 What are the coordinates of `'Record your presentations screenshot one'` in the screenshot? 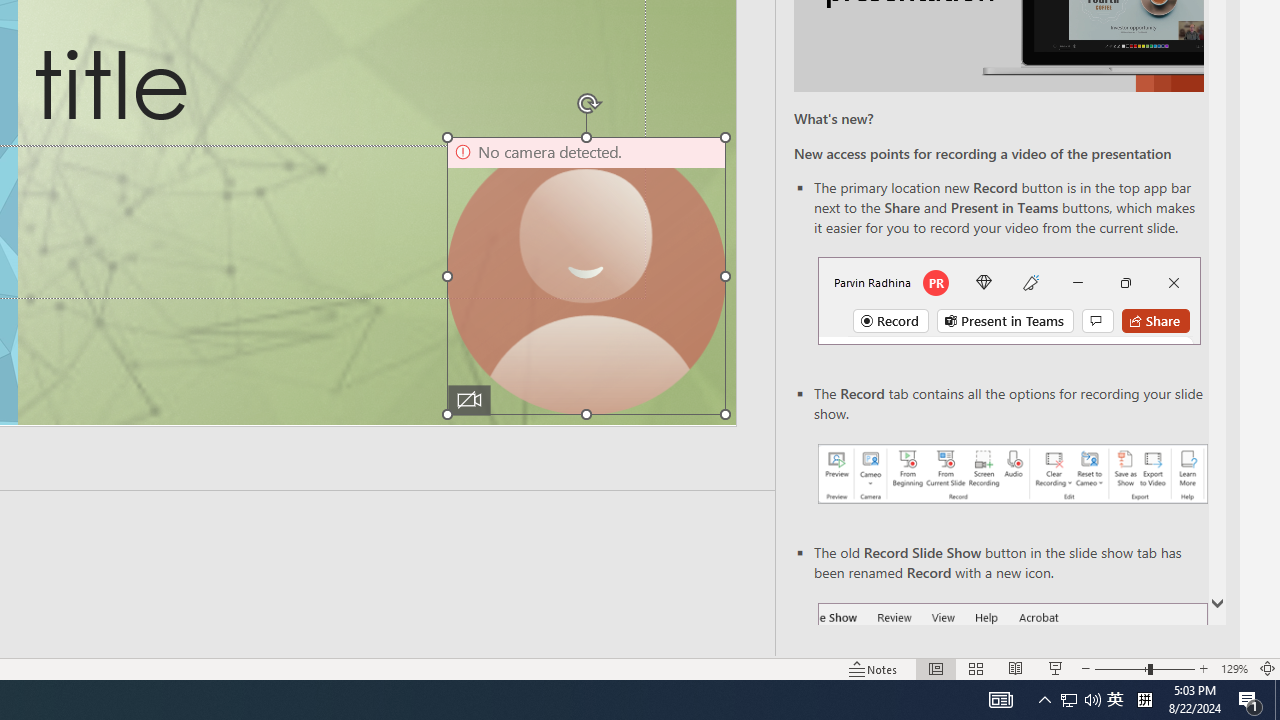 It's located at (1013, 474).